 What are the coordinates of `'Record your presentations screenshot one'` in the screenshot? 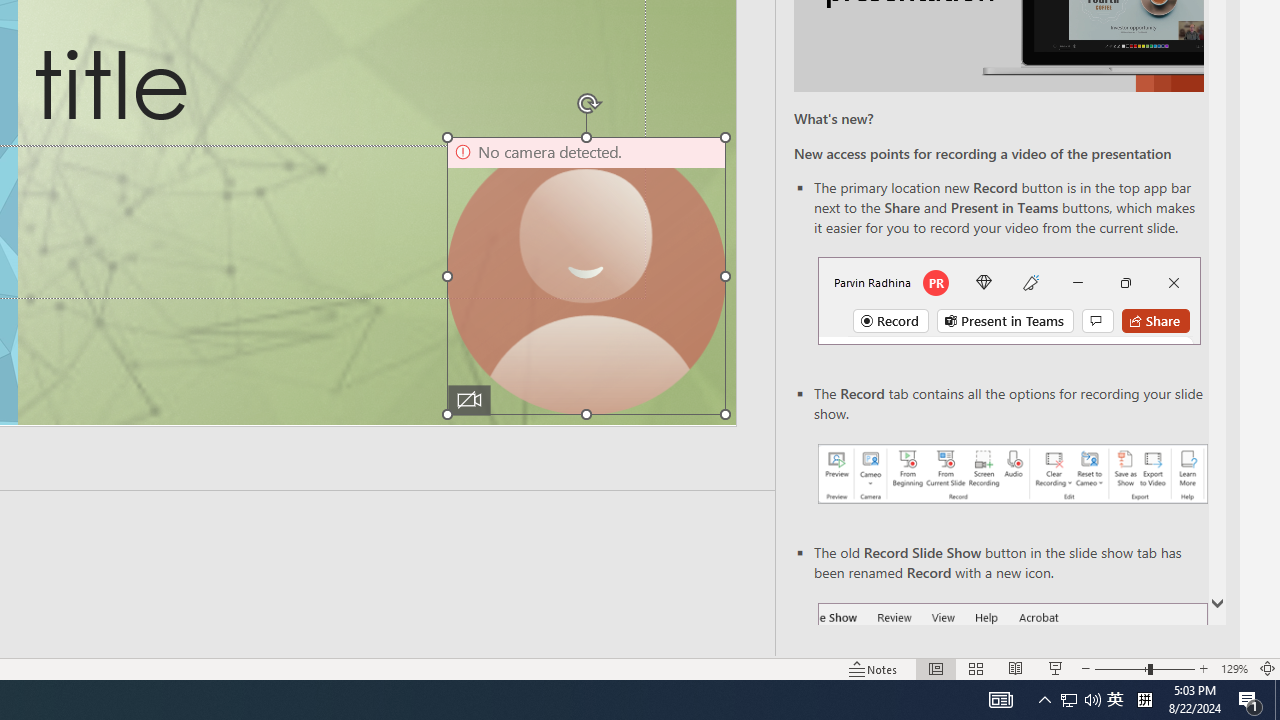 It's located at (1013, 474).